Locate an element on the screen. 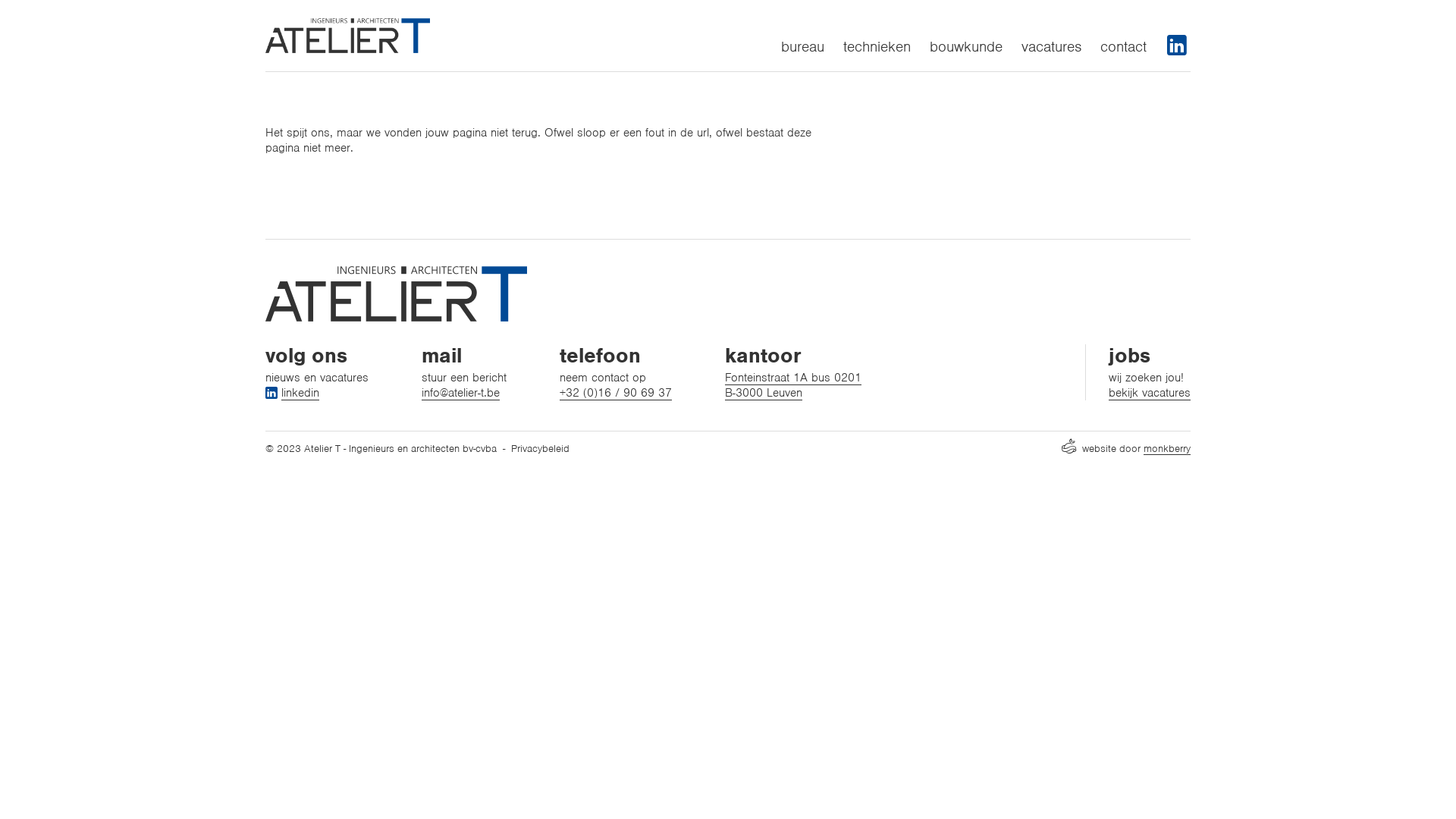 This screenshot has width=1456, height=819. 'website door monkberry' is located at coordinates (1125, 447).